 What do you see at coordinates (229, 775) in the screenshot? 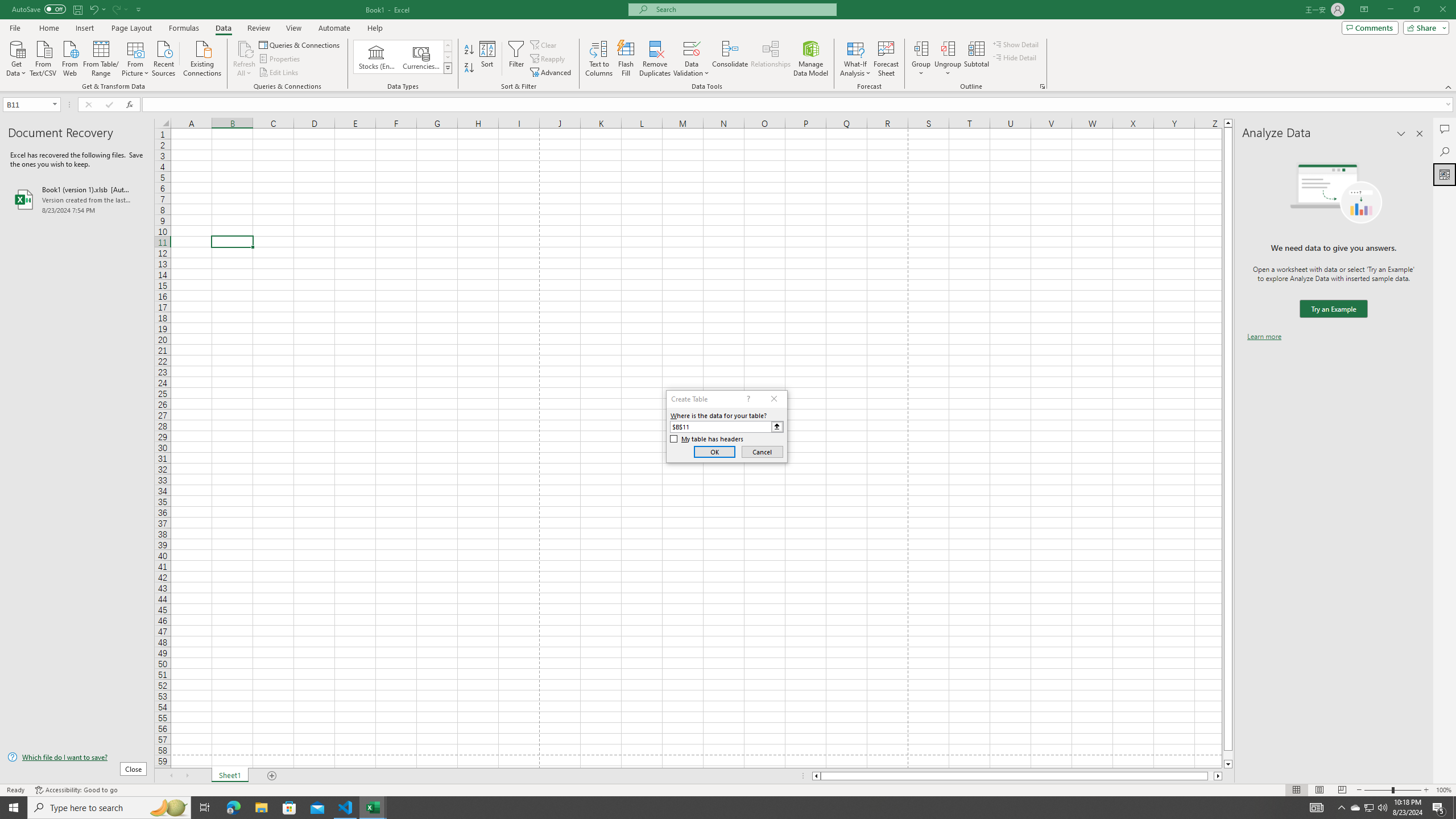
I see `'Sheet1'` at bounding box center [229, 775].